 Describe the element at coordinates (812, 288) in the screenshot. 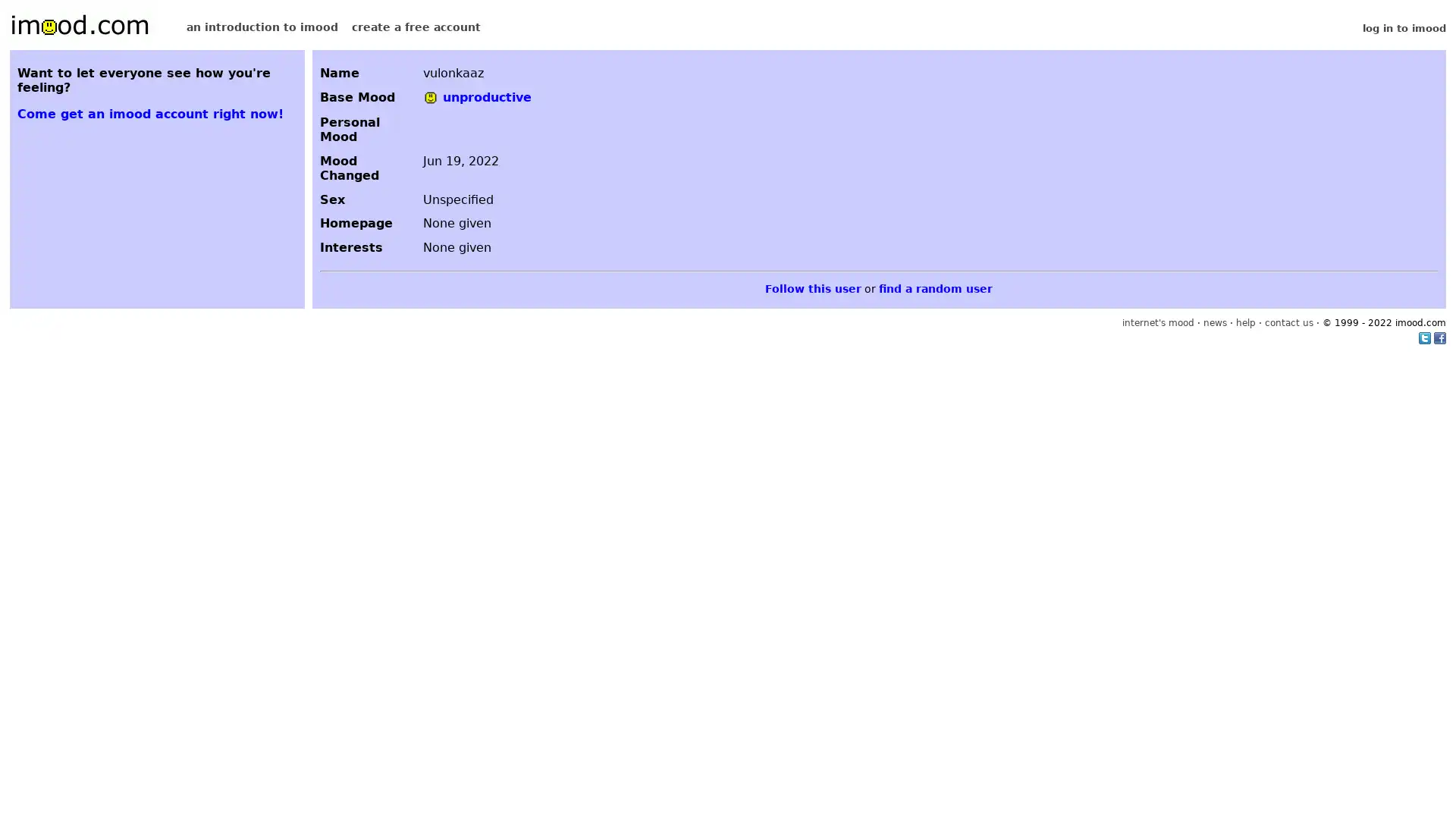

I see `Follow this user` at that location.